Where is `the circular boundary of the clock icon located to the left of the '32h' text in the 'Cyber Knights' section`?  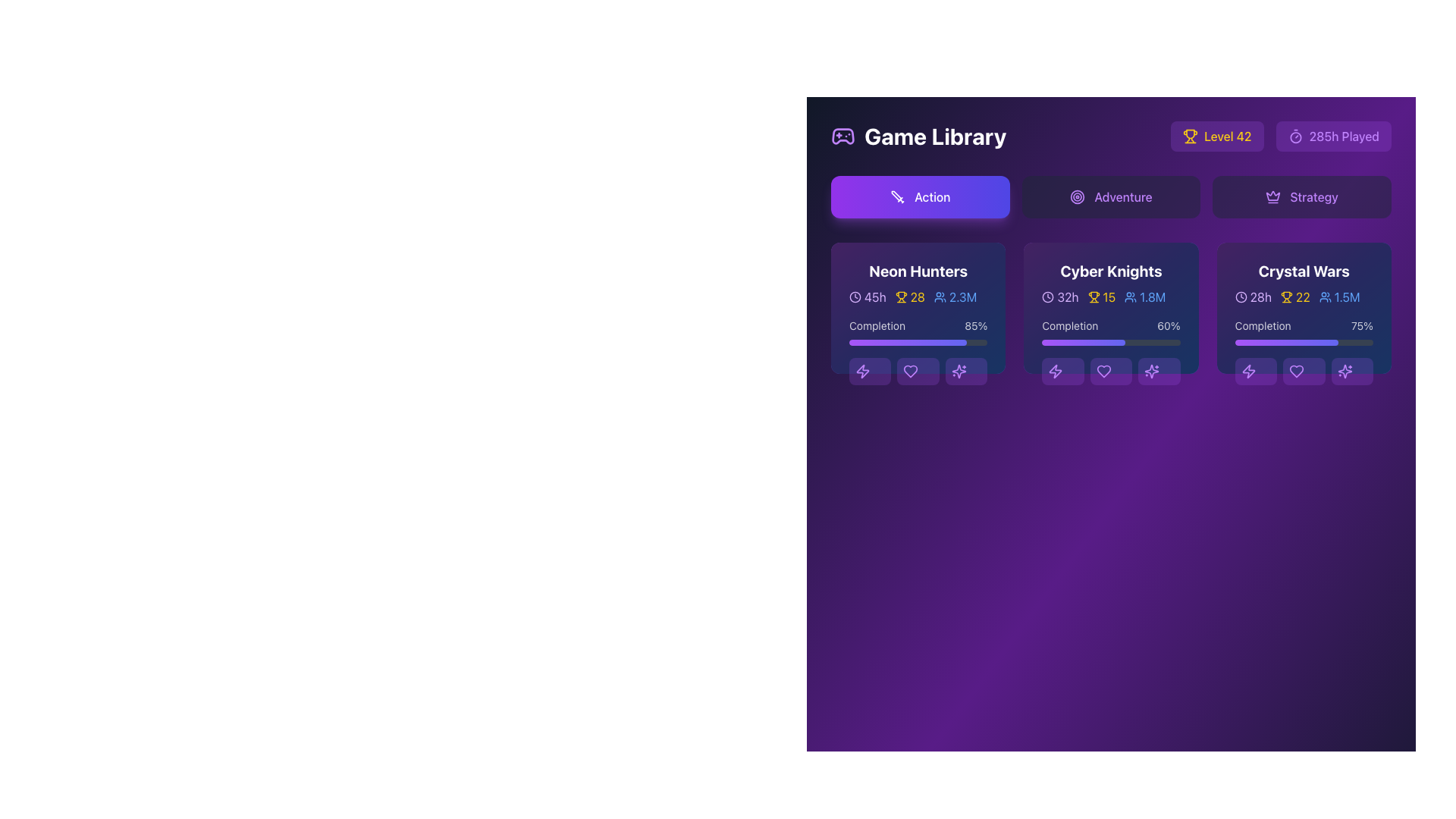 the circular boundary of the clock icon located to the left of the '32h' text in the 'Cyber Knights' section is located at coordinates (1047, 297).